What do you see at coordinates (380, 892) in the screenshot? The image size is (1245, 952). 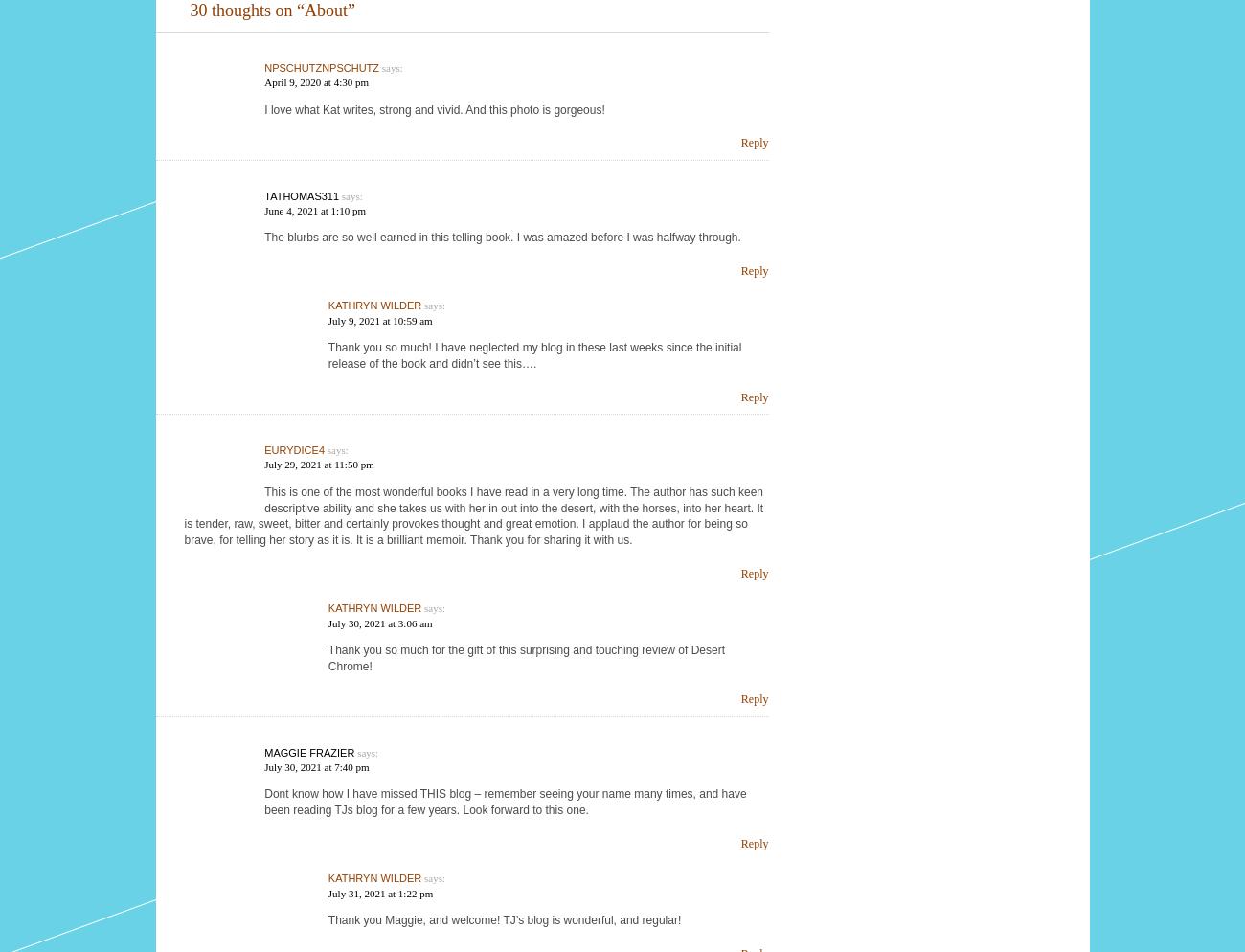 I see `'July 31, 2021 at 1:22 pm'` at bounding box center [380, 892].